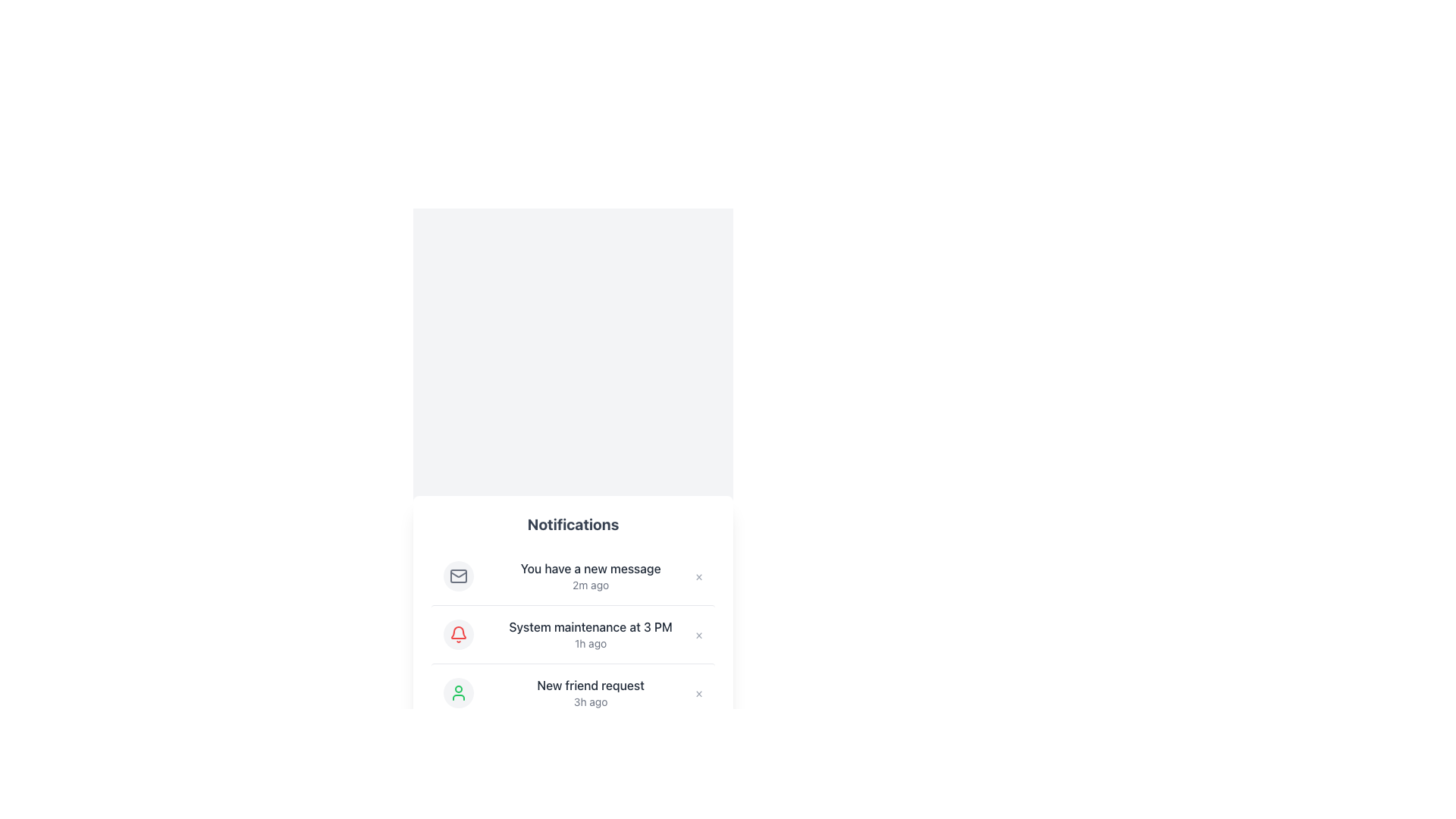 The height and width of the screenshot is (819, 1456). What do you see at coordinates (457, 693) in the screenshot?
I see `the user avatar icon representing a new friend request notification located to the left of the 'New friend request' text in the third row of the notifications list` at bounding box center [457, 693].